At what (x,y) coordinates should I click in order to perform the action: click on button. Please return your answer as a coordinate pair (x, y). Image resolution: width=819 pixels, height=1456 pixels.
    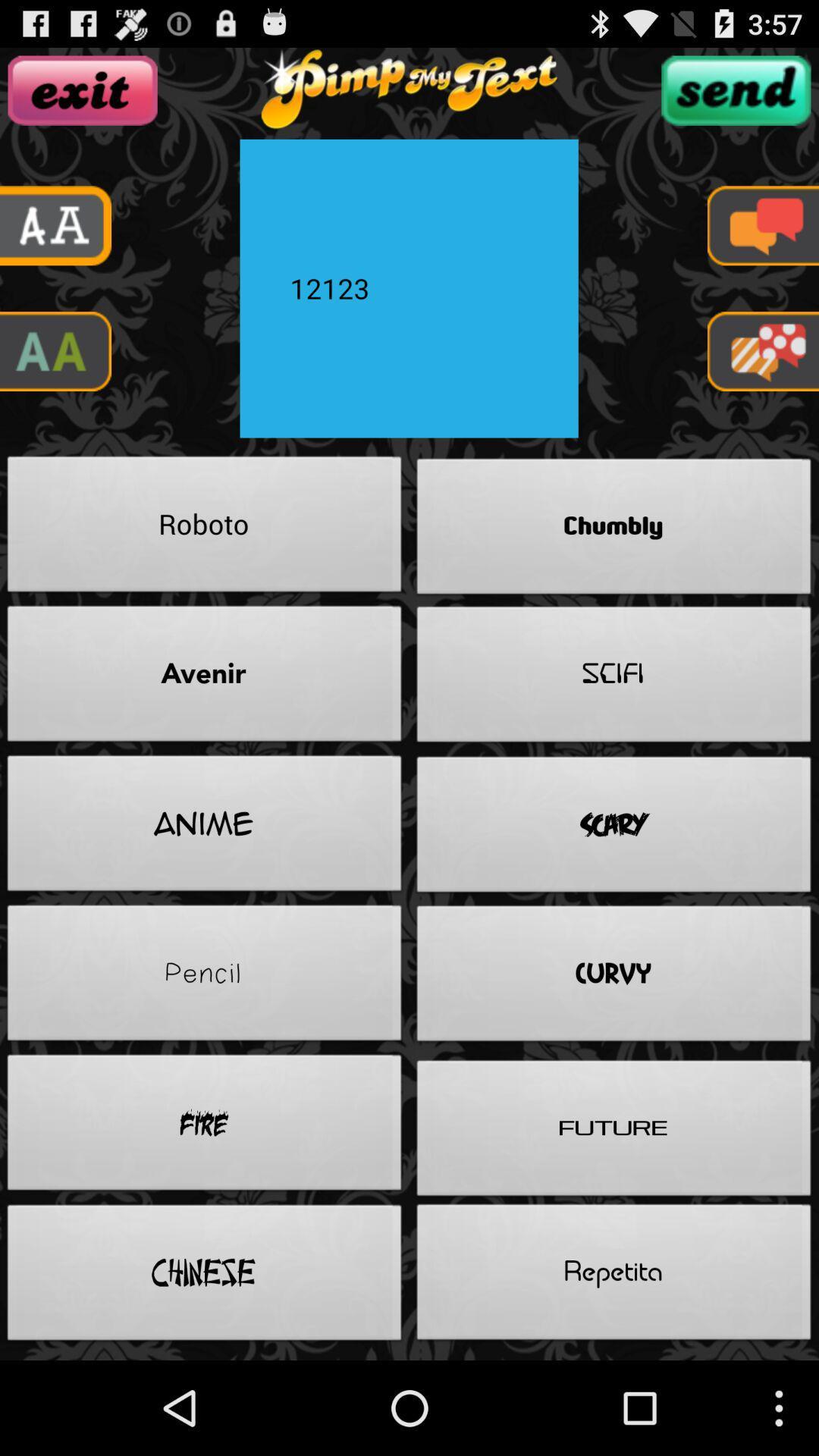
    Looking at the image, I should click on (735, 89).